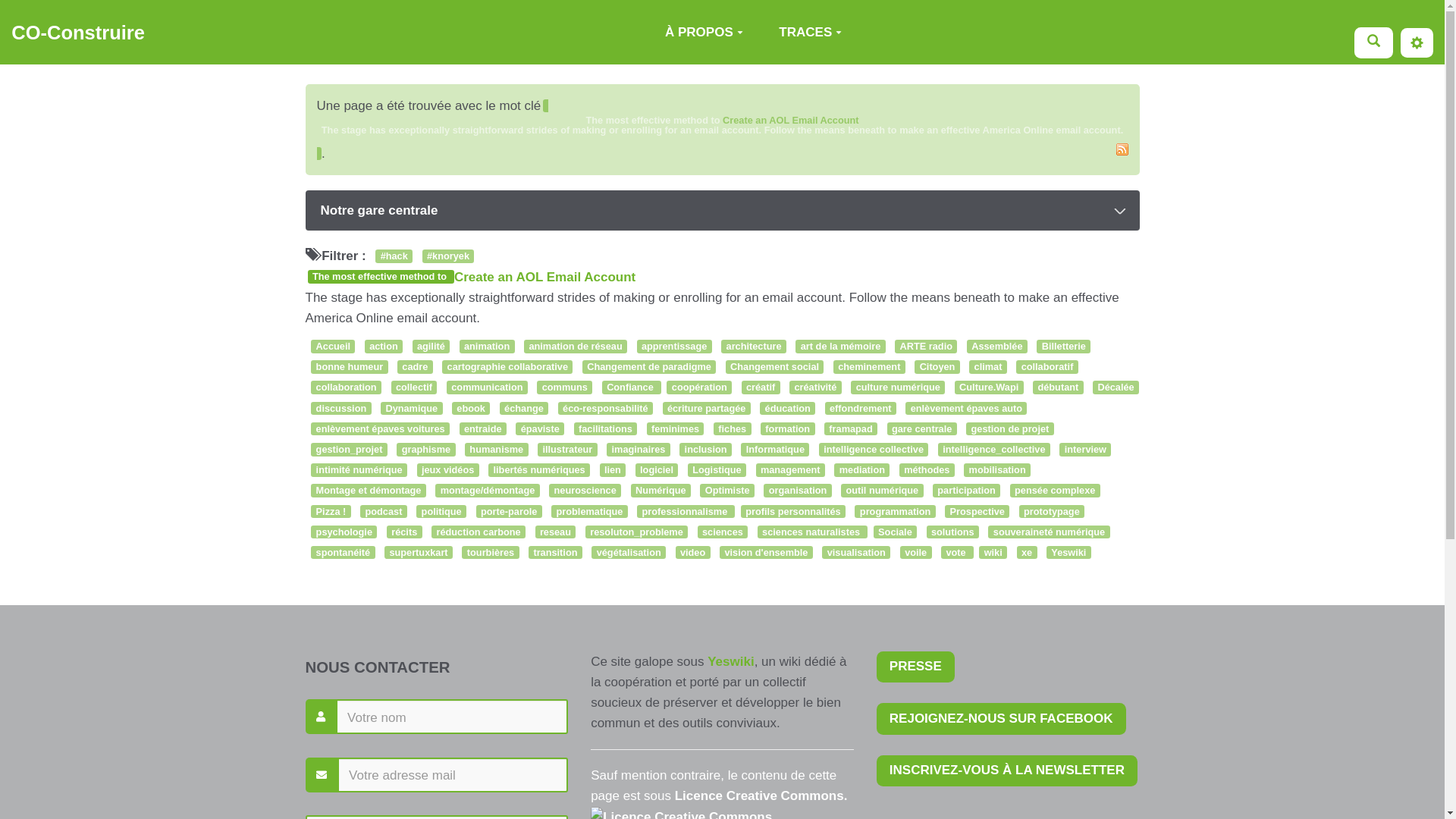  What do you see at coordinates (469, 408) in the screenshot?
I see `'ebook'` at bounding box center [469, 408].